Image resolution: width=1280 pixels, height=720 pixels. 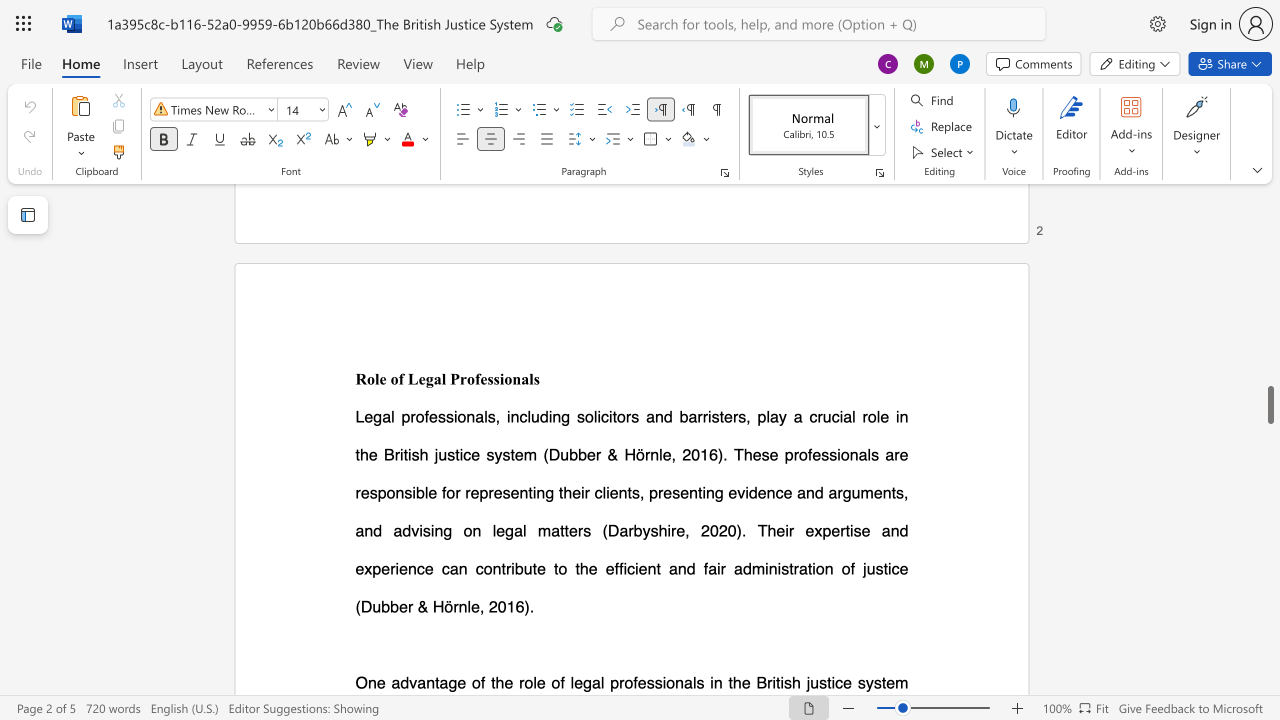 I want to click on the scrollbar on the right to move the page upward, so click(x=1269, y=258).